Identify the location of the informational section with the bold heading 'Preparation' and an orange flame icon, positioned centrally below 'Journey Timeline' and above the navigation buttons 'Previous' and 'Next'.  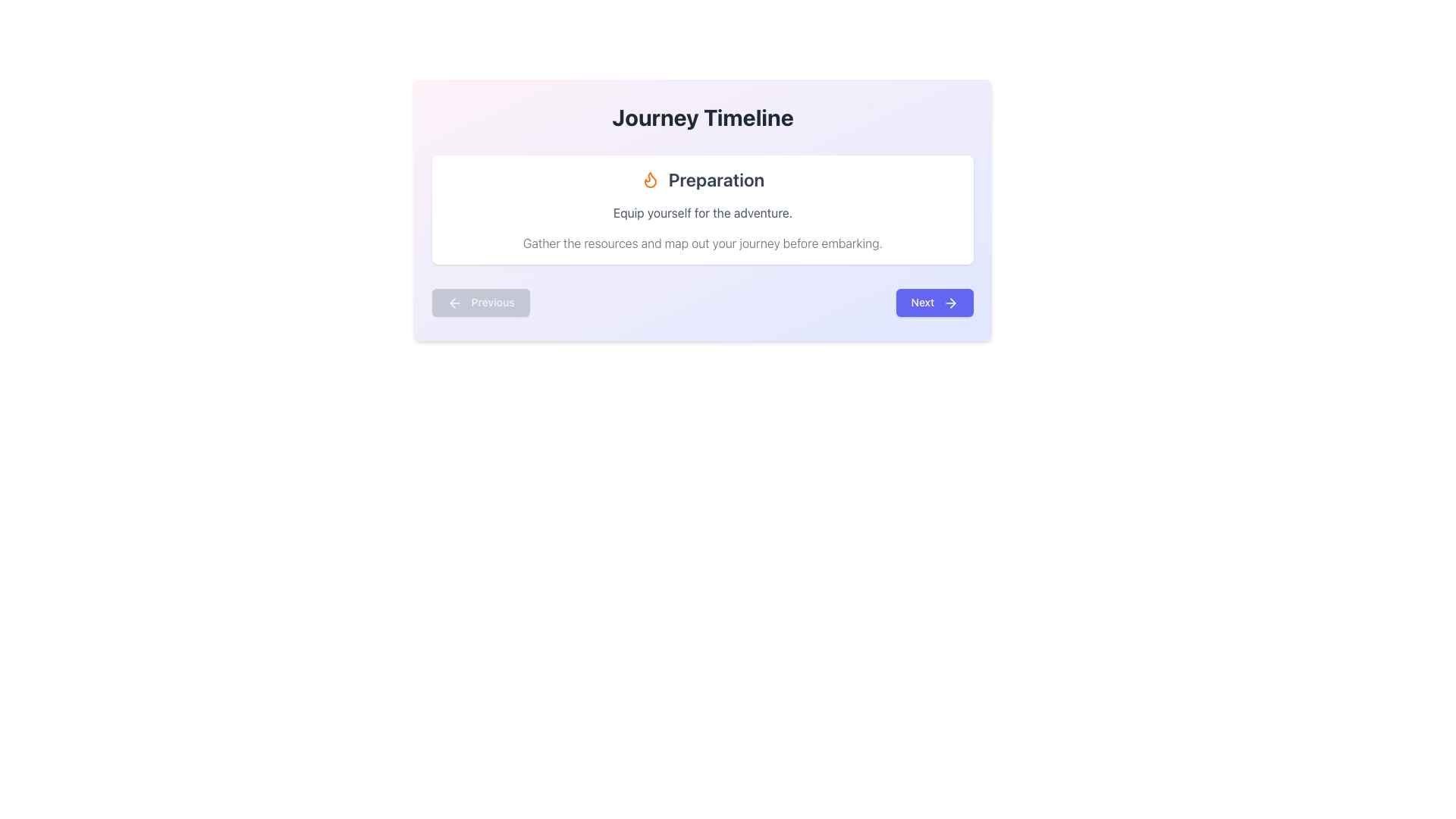
(701, 210).